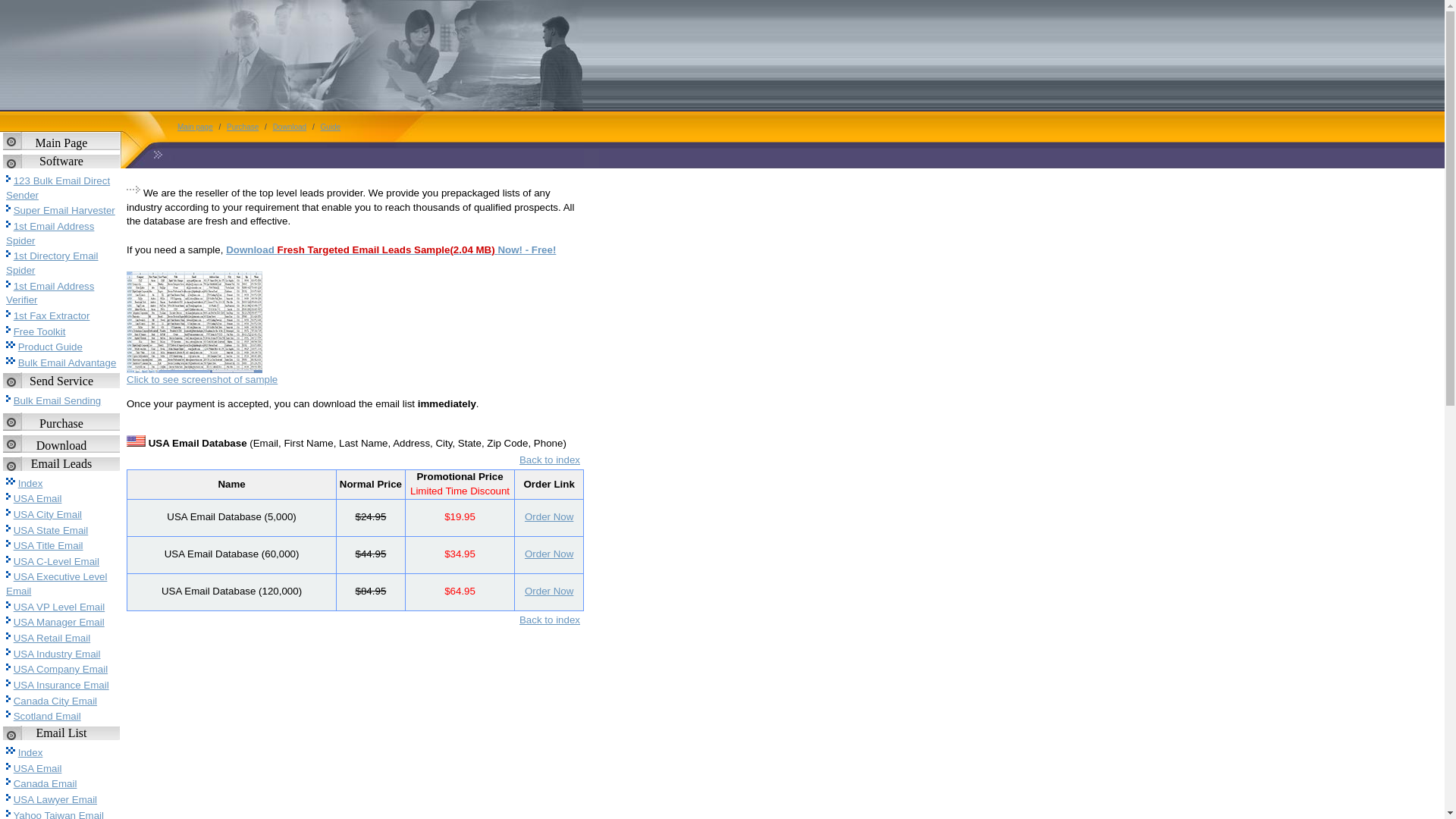  Describe the element at coordinates (61, 444) in the screenshot. I see `'Download'` at that location.